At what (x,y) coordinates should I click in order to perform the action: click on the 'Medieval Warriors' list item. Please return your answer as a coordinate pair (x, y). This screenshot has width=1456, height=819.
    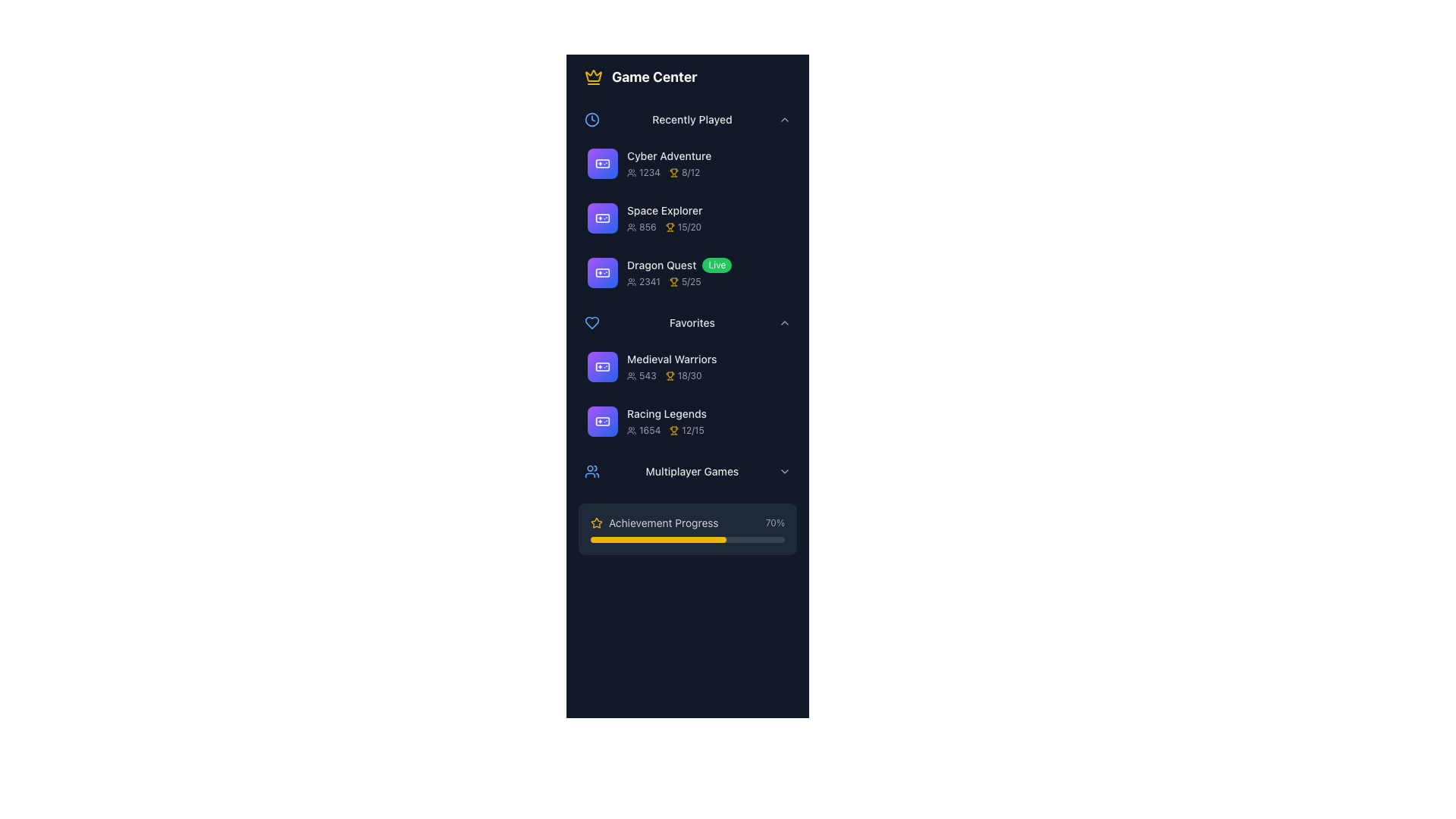
    Looking at the image, I should click on (706, 366).